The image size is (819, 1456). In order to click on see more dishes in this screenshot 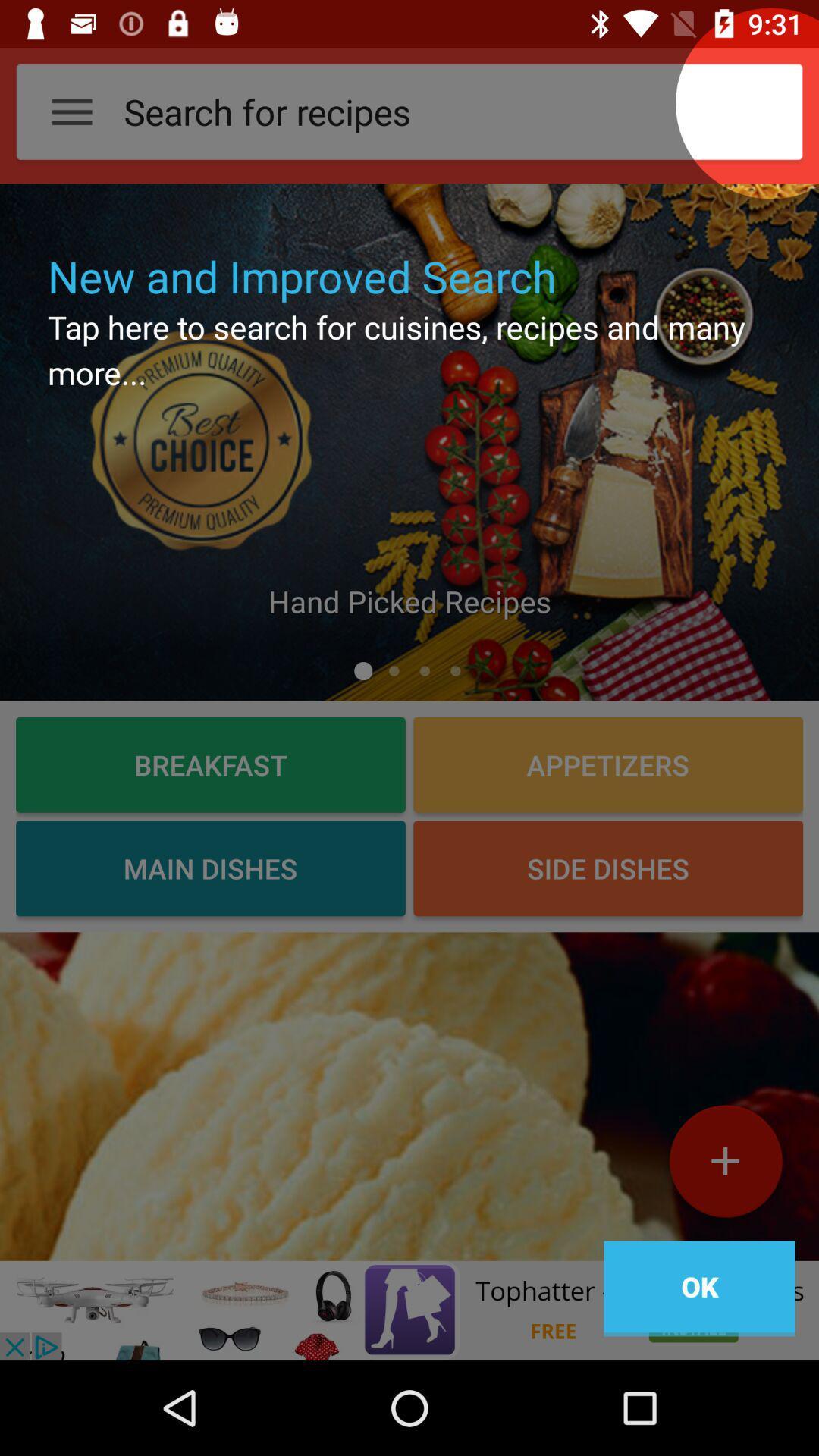, I will do `click(409, 1096)`.